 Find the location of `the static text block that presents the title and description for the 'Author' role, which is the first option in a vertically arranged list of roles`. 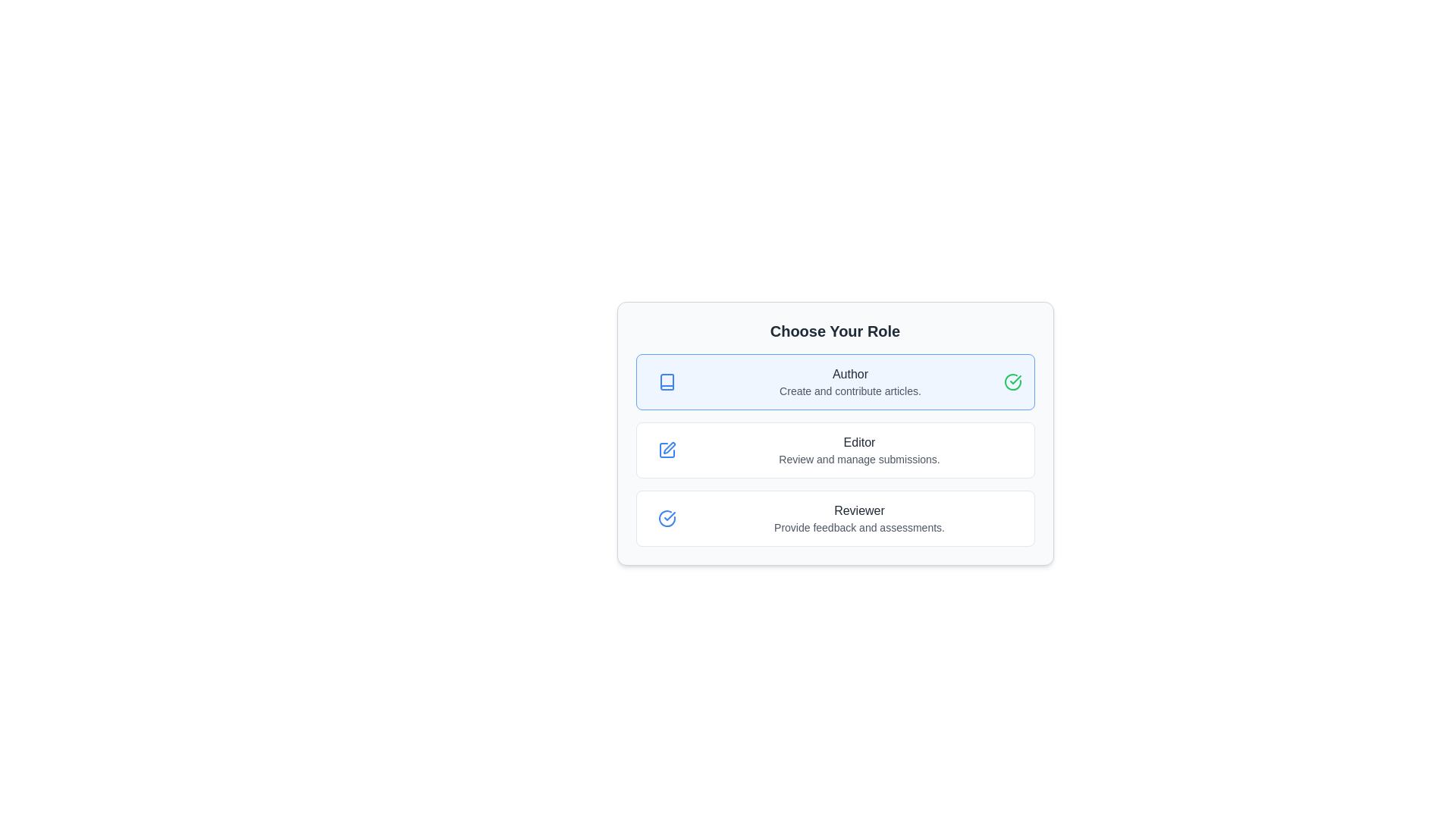

the static text block that presents the title and description for the 'Author' role, which is the first option in a vertically arranged list of roles is located at coordinates (850, 381).